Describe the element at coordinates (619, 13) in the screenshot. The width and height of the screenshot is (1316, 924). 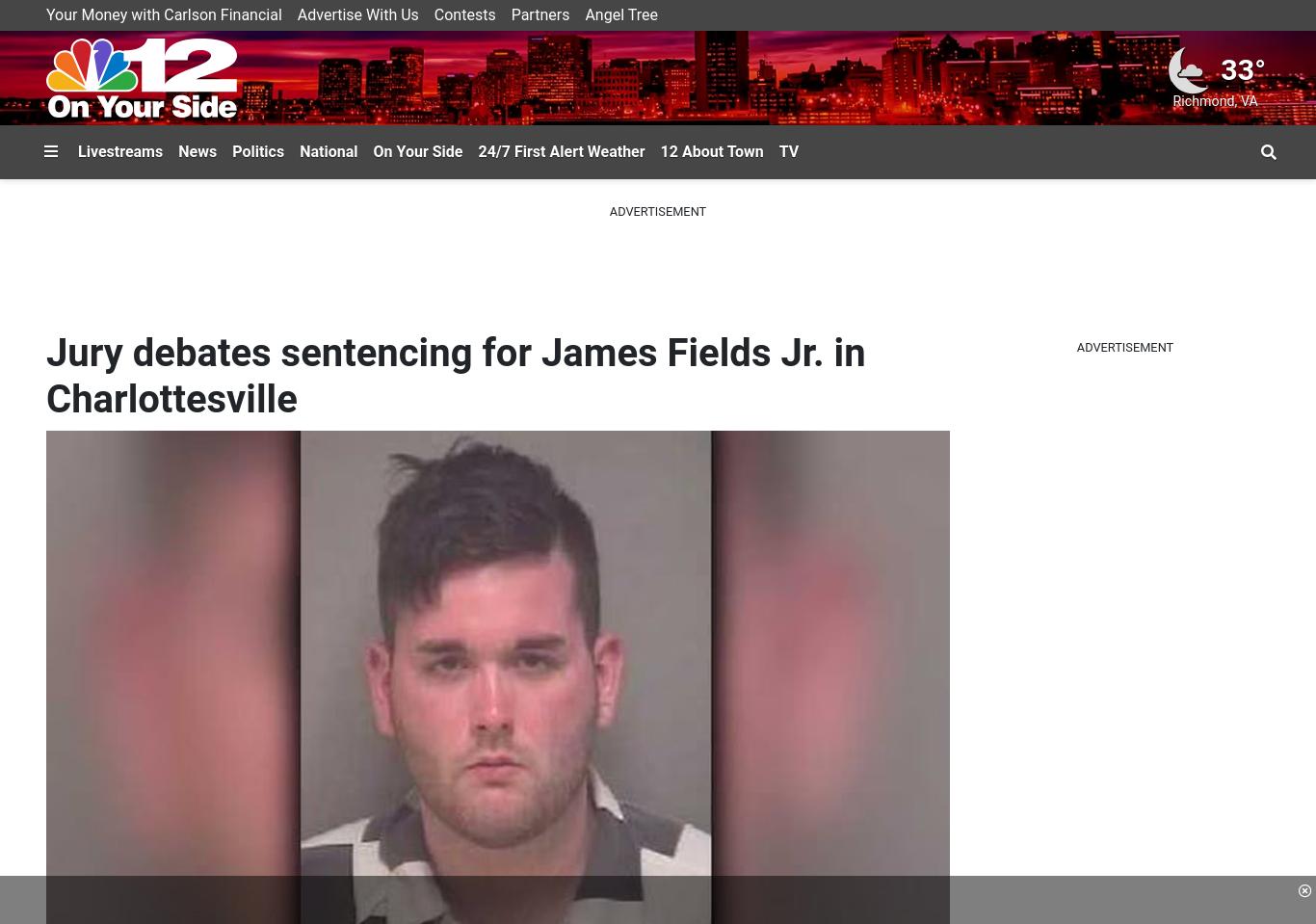
I see `'Angel Tree'` at that location.